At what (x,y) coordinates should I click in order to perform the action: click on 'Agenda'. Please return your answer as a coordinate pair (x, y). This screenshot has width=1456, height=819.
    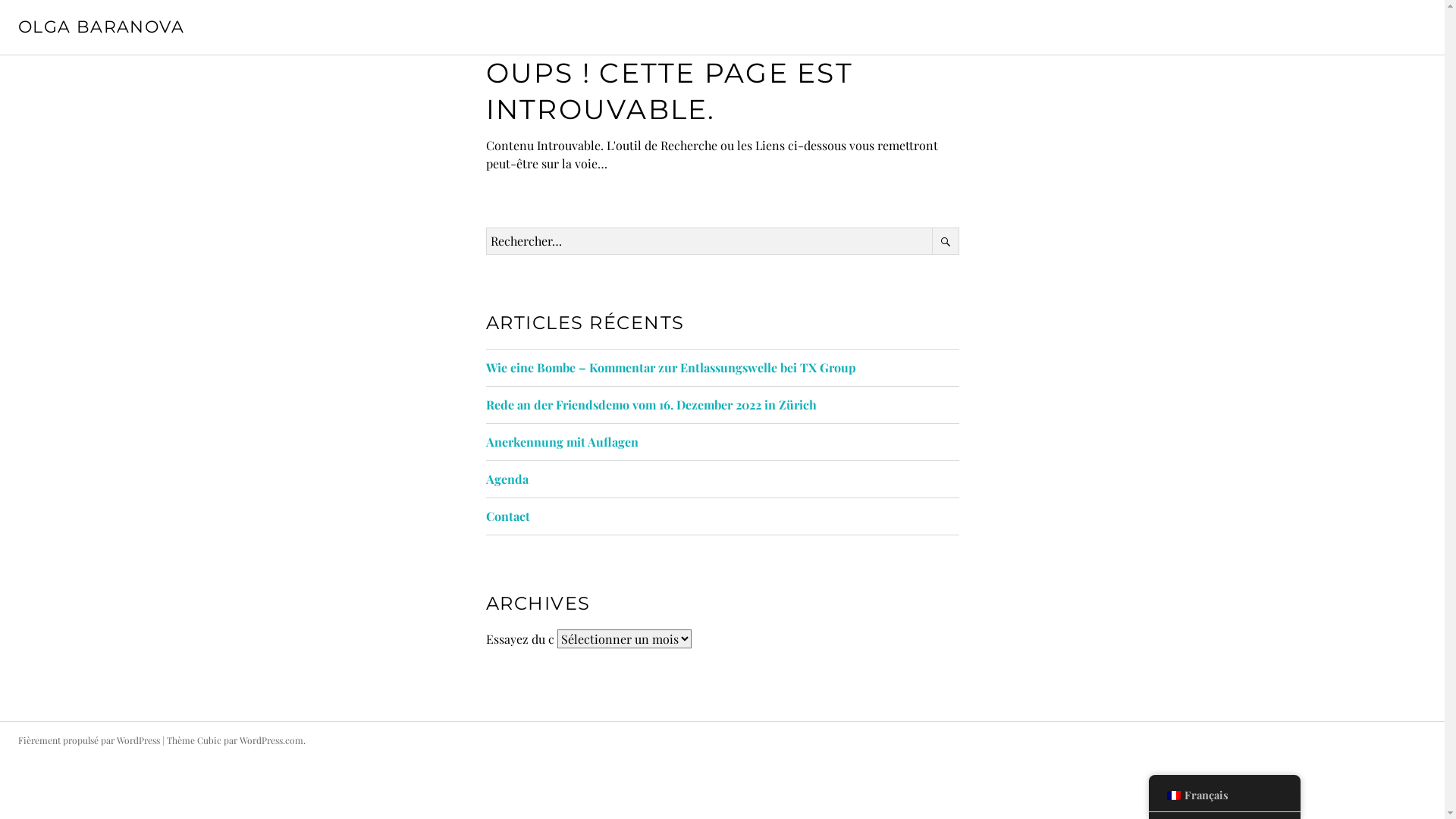
    Looking at the image, I should click on (484, 479).